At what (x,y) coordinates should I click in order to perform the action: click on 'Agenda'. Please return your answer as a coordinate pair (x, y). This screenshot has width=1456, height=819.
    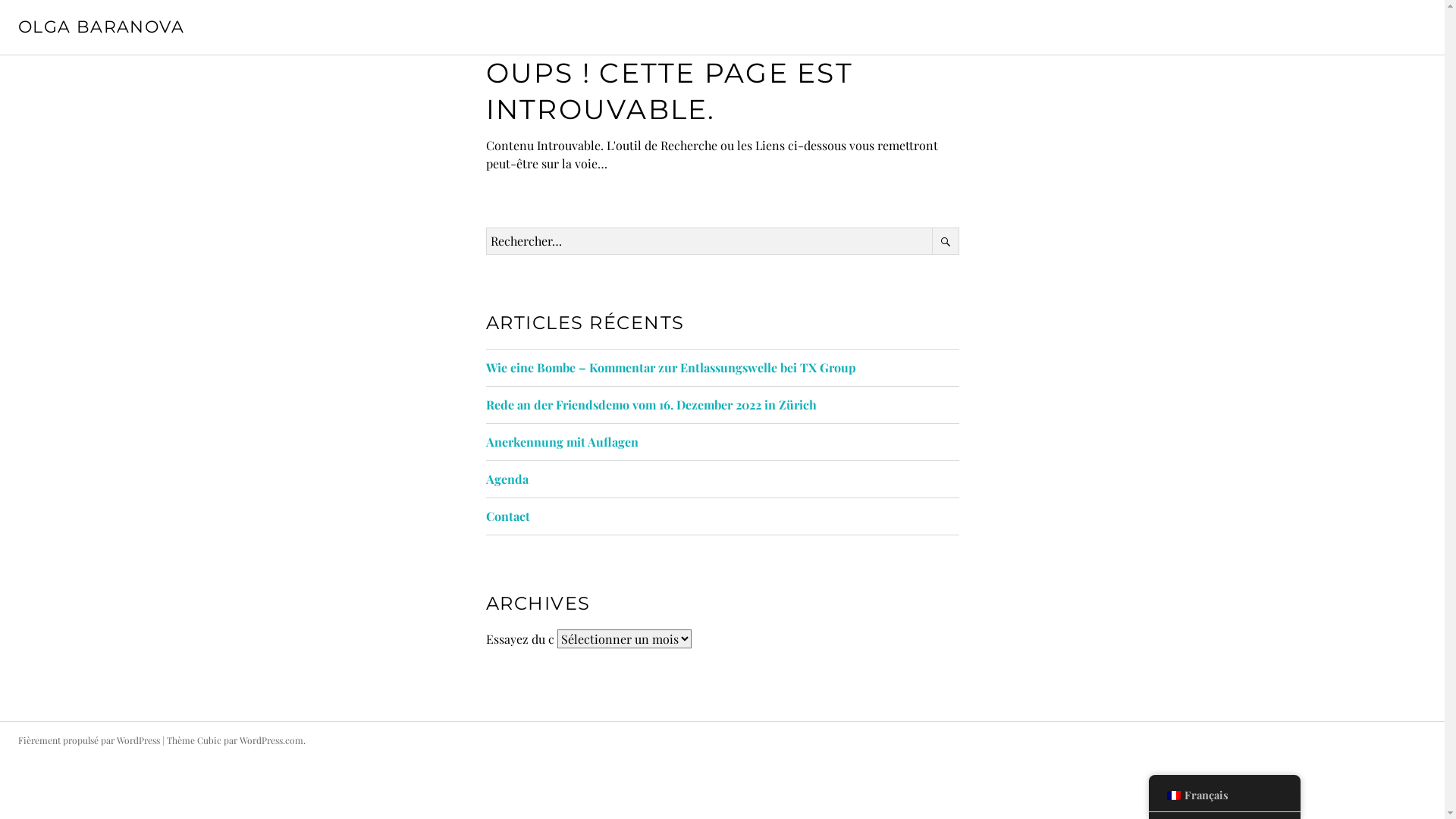
    Looking at the image, I should click on (484, 479).